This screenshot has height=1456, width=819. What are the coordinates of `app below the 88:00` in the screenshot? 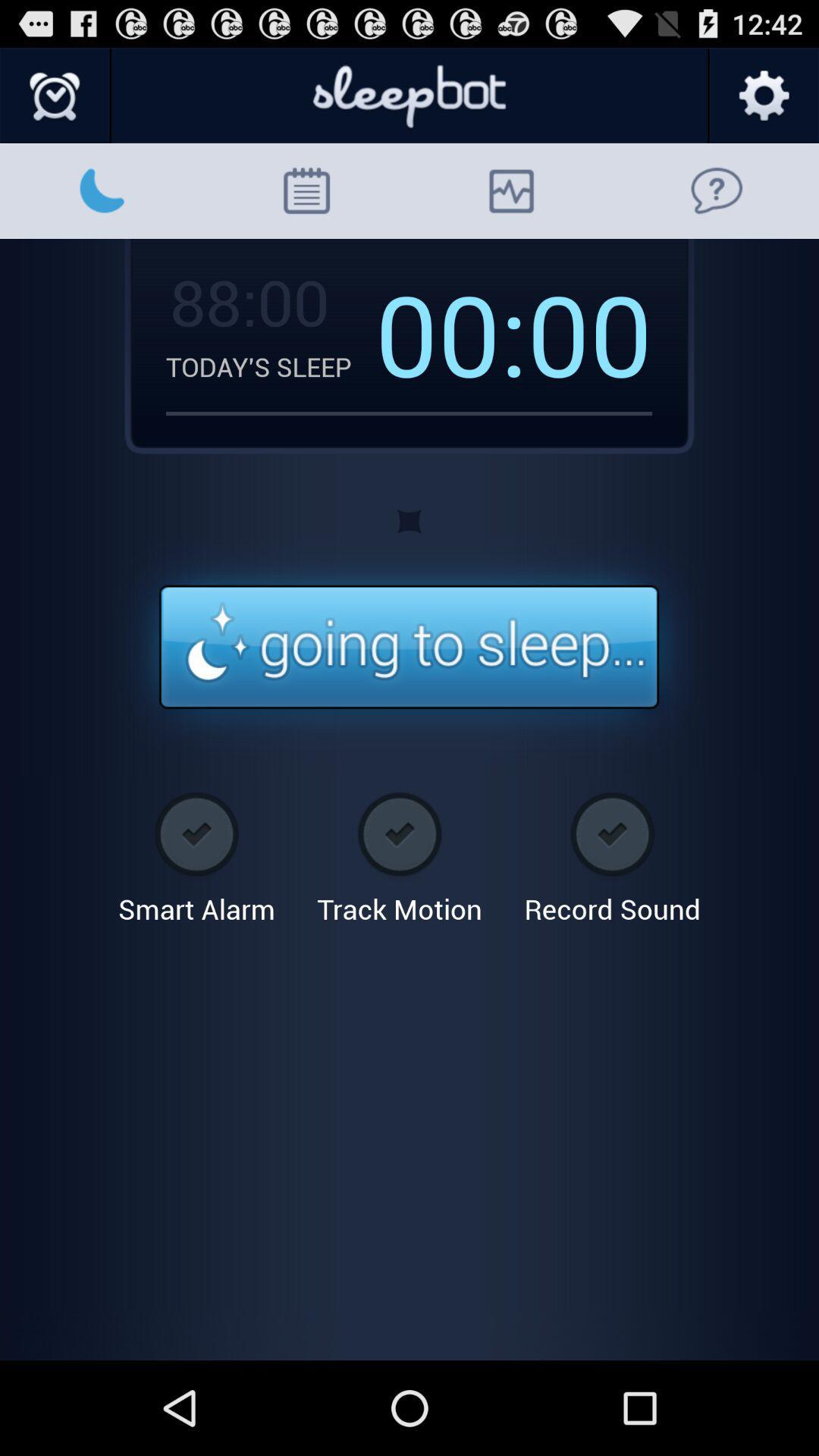 It's located at (270, 366).